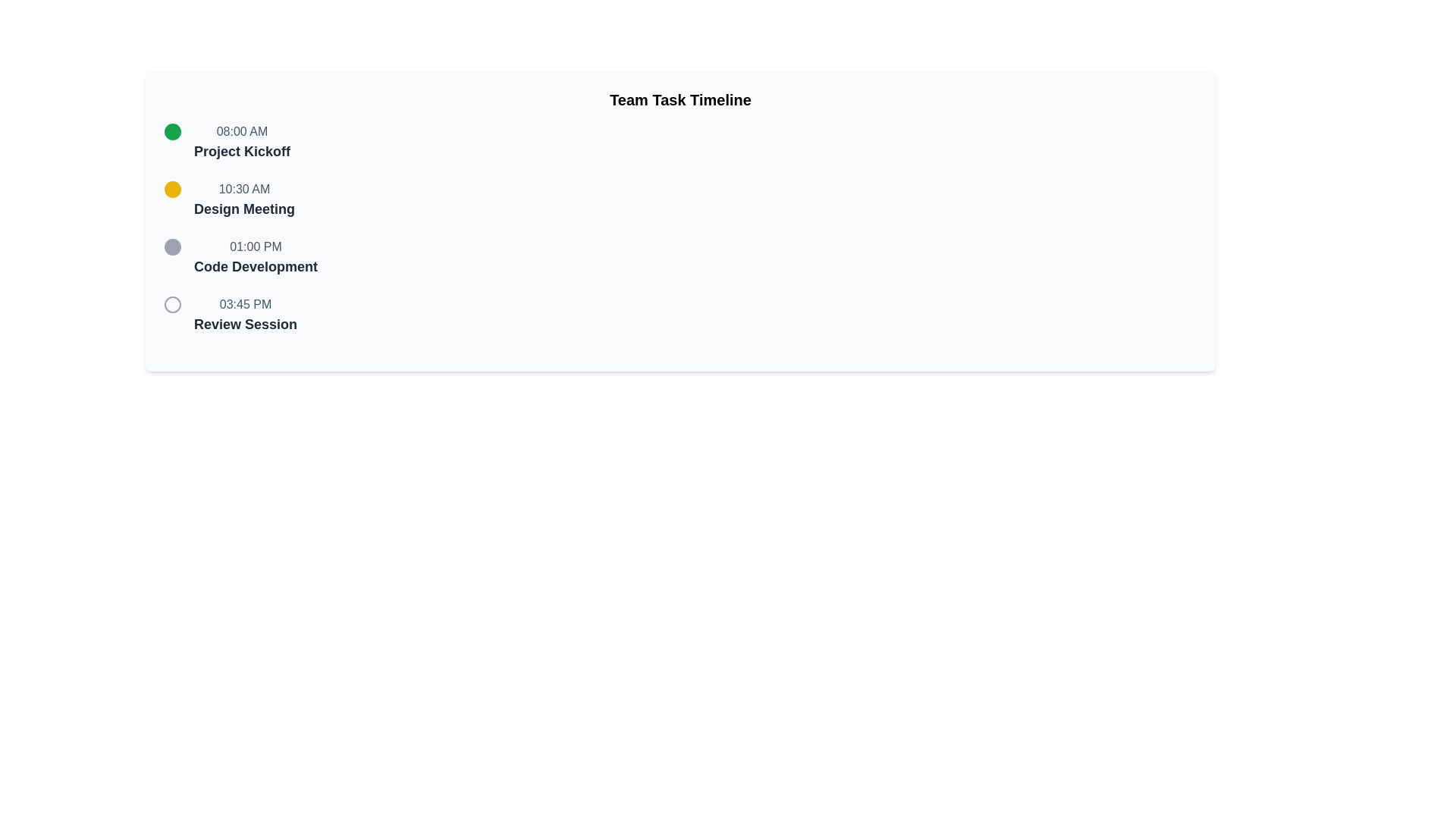 The image size is (1456, 819). I want to click on green circular graphical element representing the 'Project Kickoff' event on the timeline by clicking on its center, so click(172, 130).